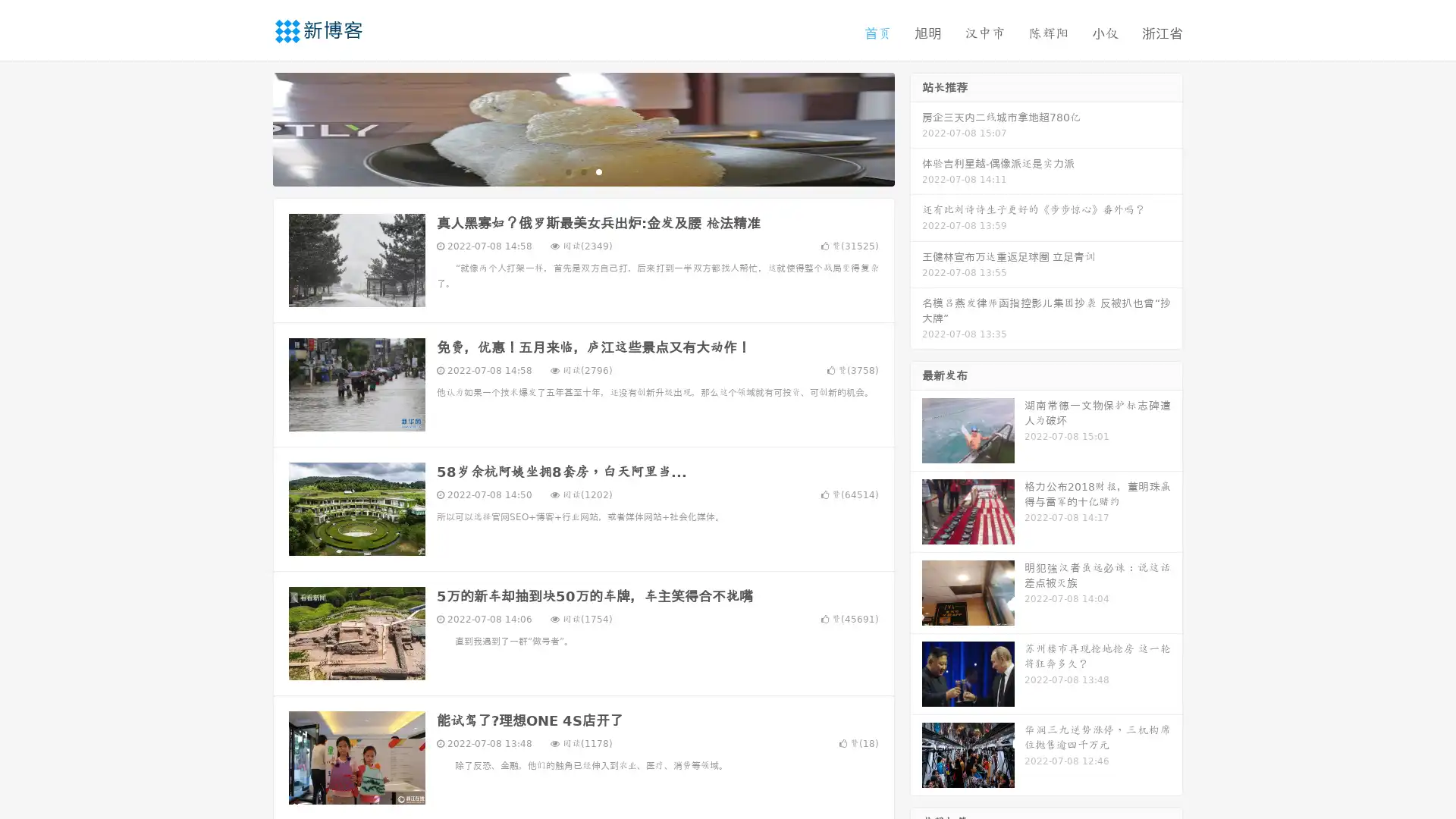  I want to click on Go to slide 2, so click(582, 171).